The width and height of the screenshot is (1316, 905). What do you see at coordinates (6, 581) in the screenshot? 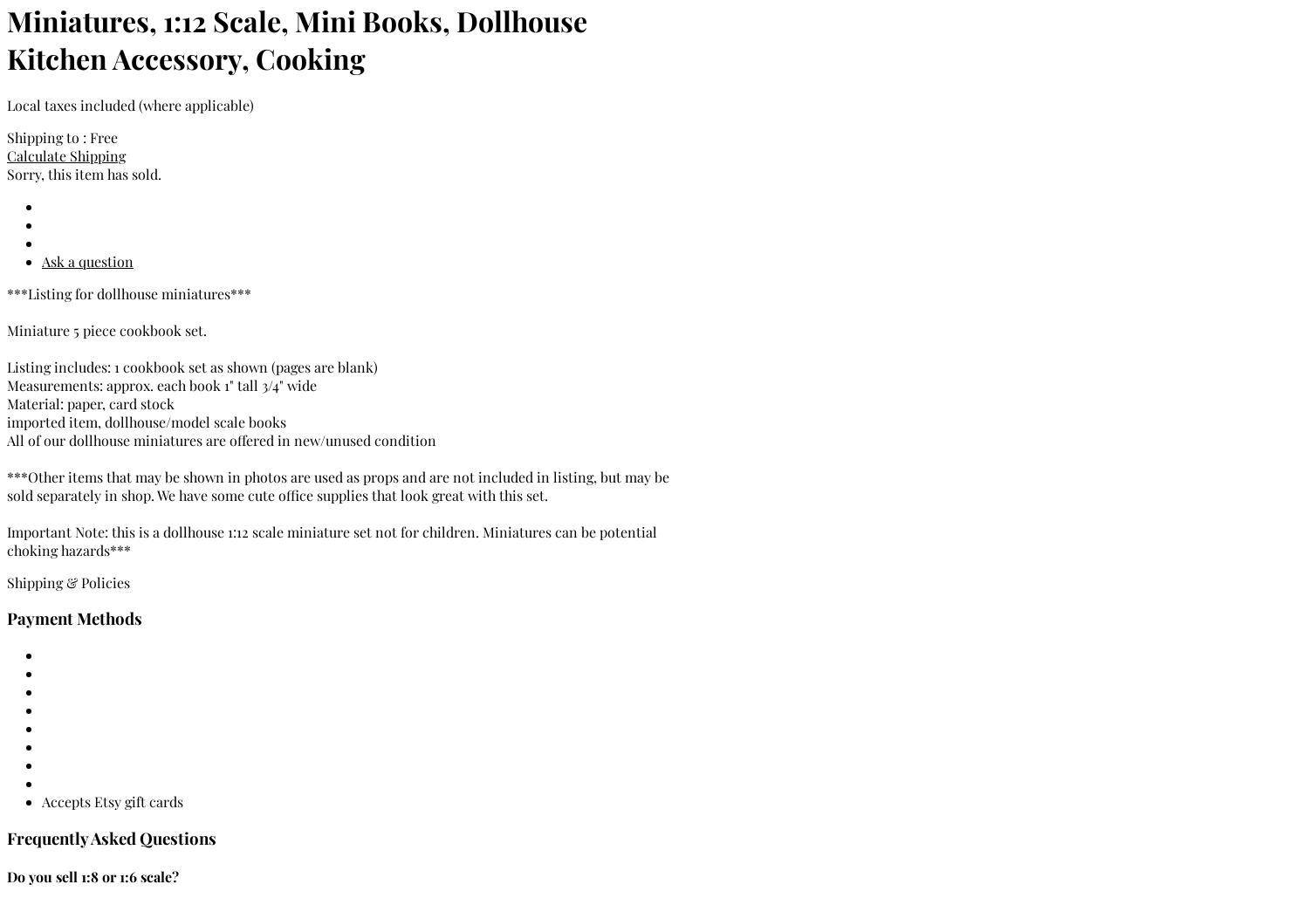
I see `'Shipping & Policies'` at bounding box center [6, 581].